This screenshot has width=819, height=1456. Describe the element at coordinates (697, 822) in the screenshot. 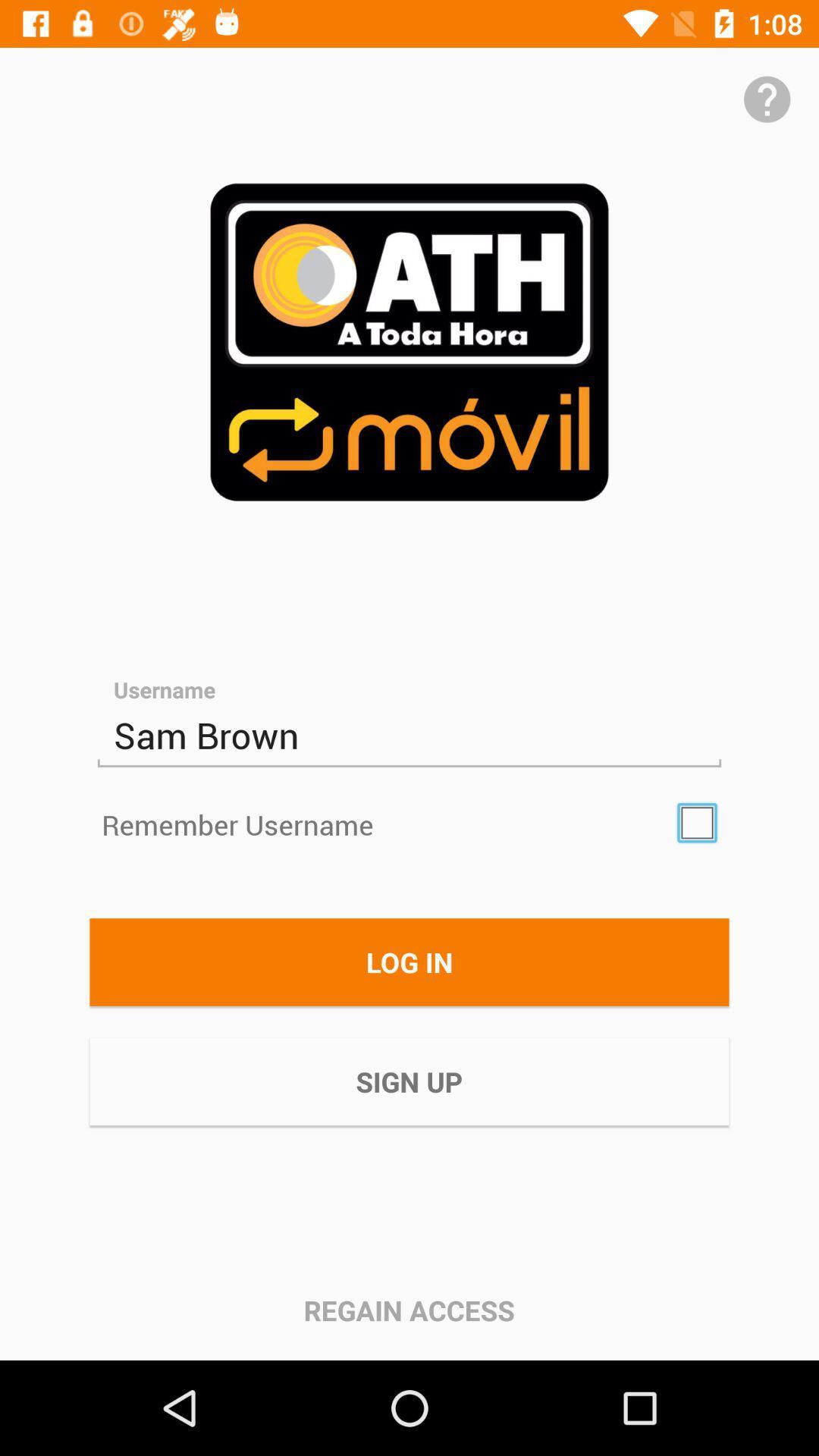

I see `item to the right of the remember username icon` at that location.